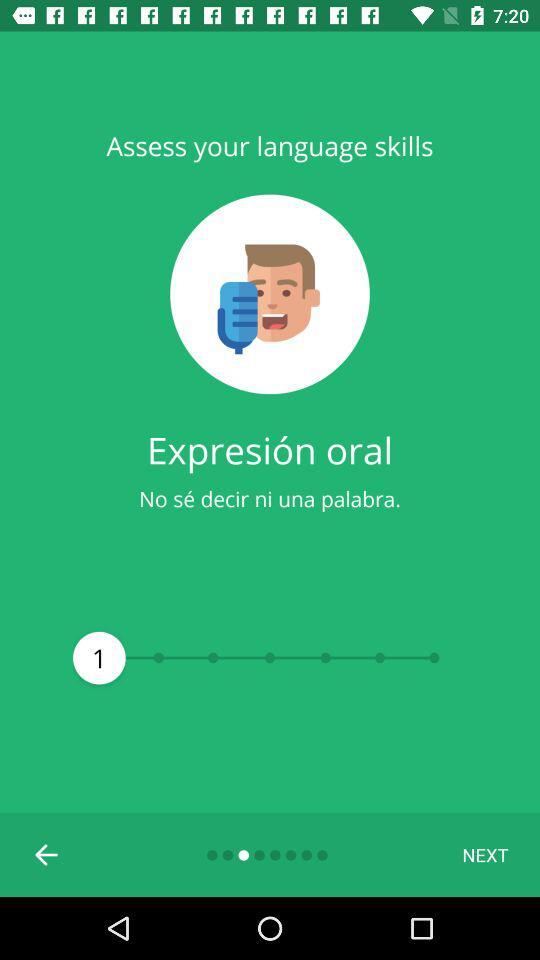 The image size is (540, 960). Describe the element at coordinates (484, 853) in the screenshot. I see `next icon` at that location.